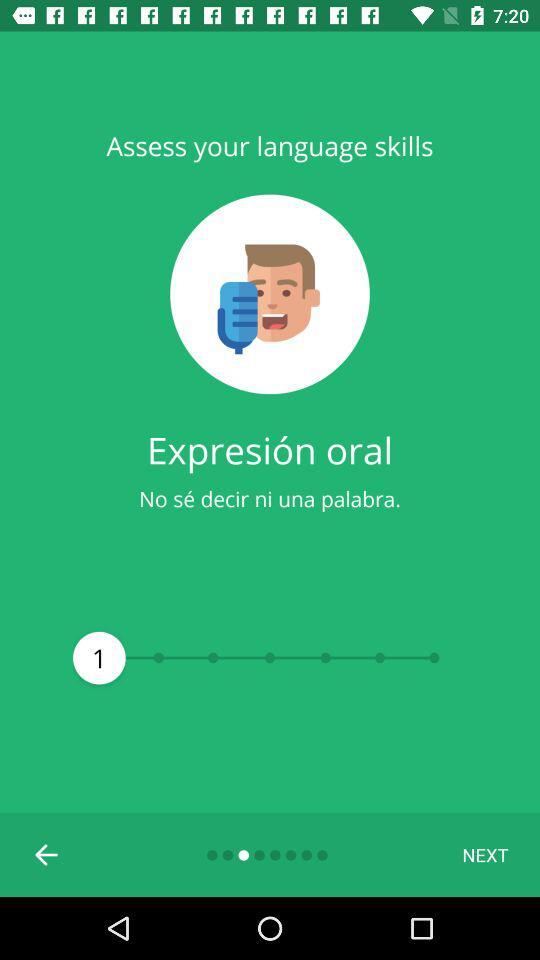 The image size is (540, 960). Describe the element at coordinates (484, 853) in the screenshot. I see `next icon` at that location.